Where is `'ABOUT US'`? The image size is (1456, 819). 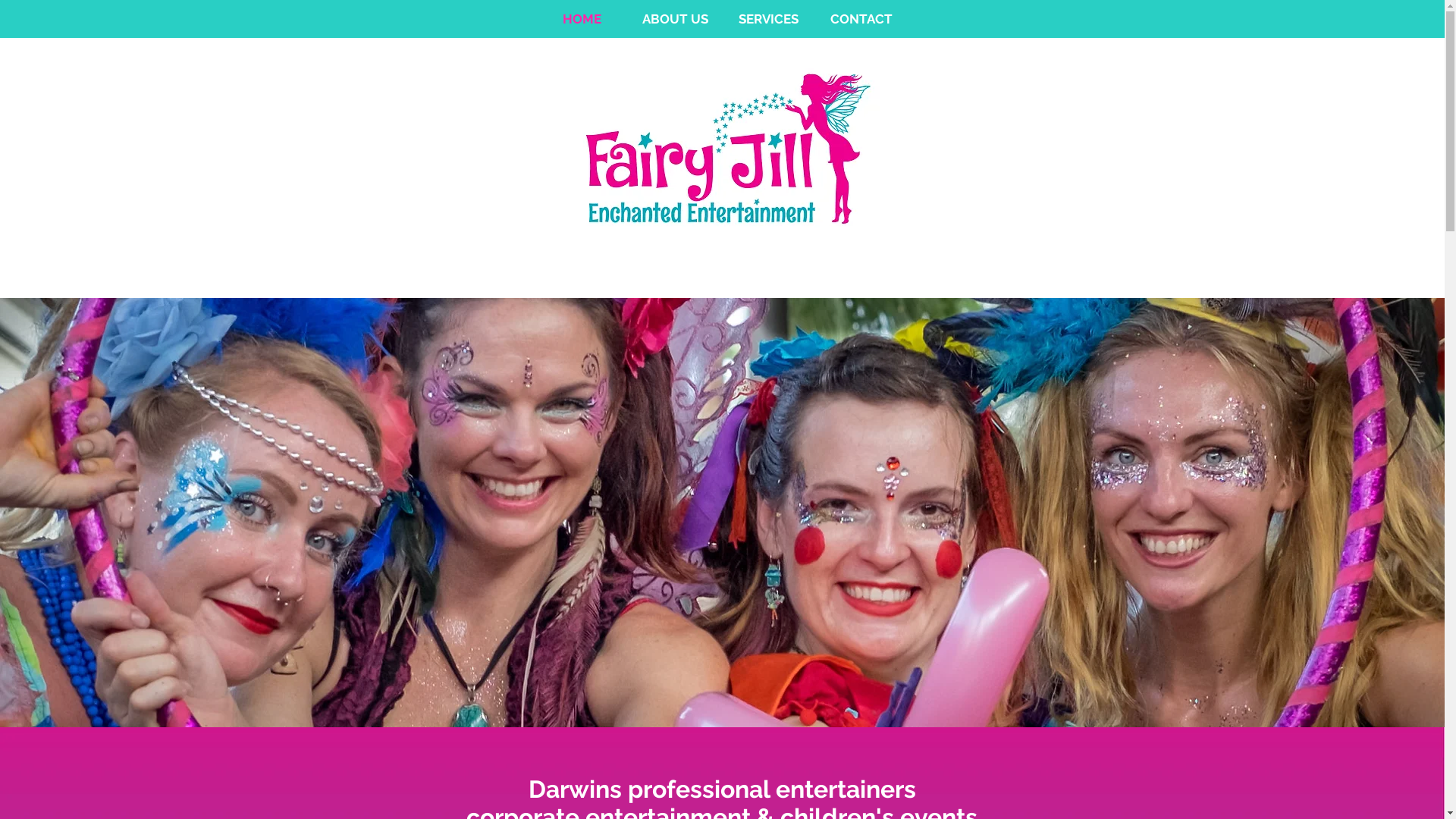 'ABOUT US' is located at coordinates (673, 19).